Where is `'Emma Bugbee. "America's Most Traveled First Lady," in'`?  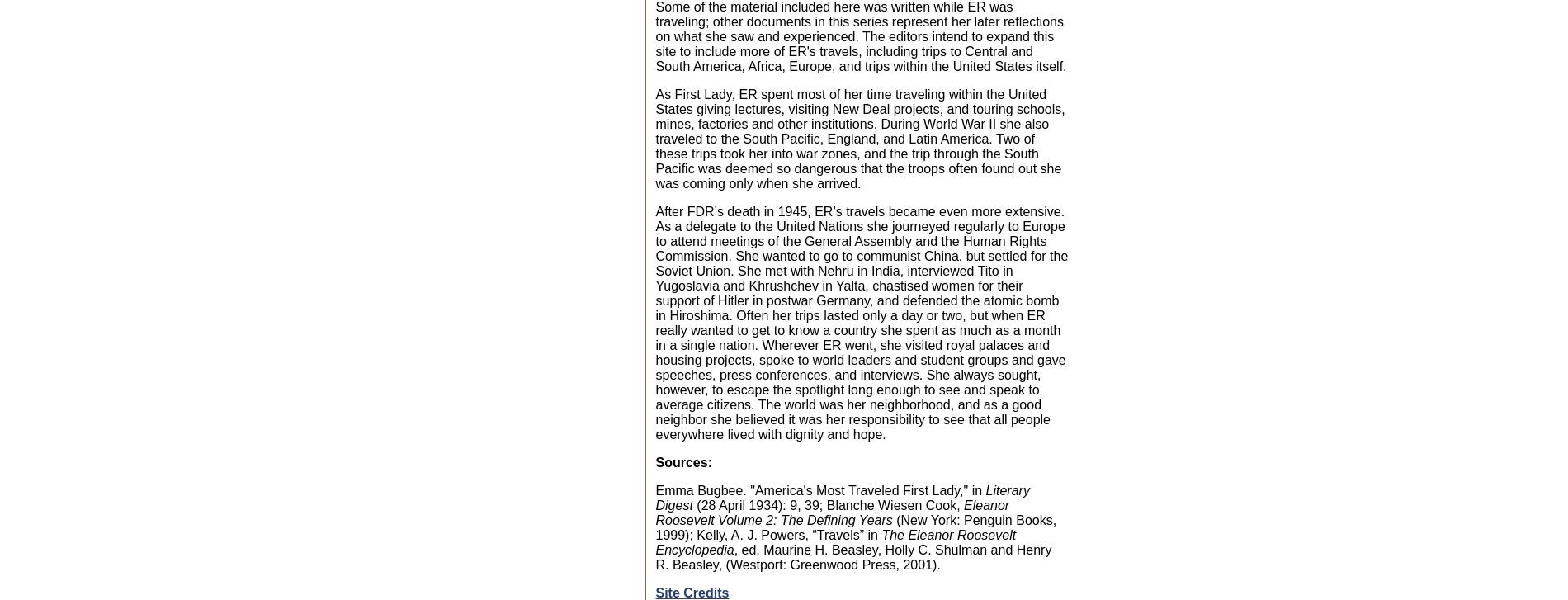 'Emma Bugbee. "America's Most Traveled First Lady," in' is located at coordinates (820, 489).